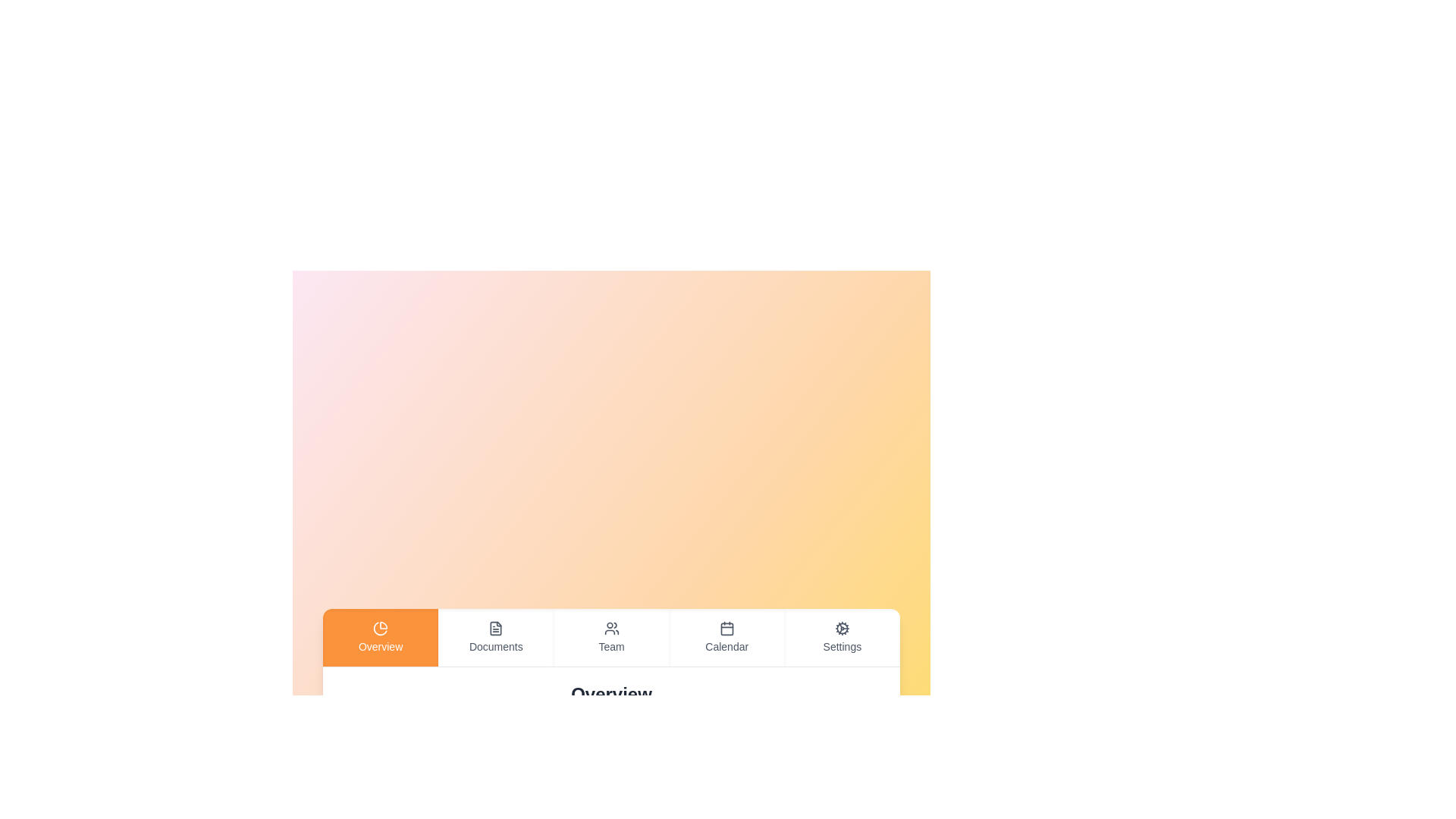 The image size is (1456, 819). I want to click on the 'Team' icon located in the navigation bar, which serves as an intuitive cue for users, so click(611, 628).